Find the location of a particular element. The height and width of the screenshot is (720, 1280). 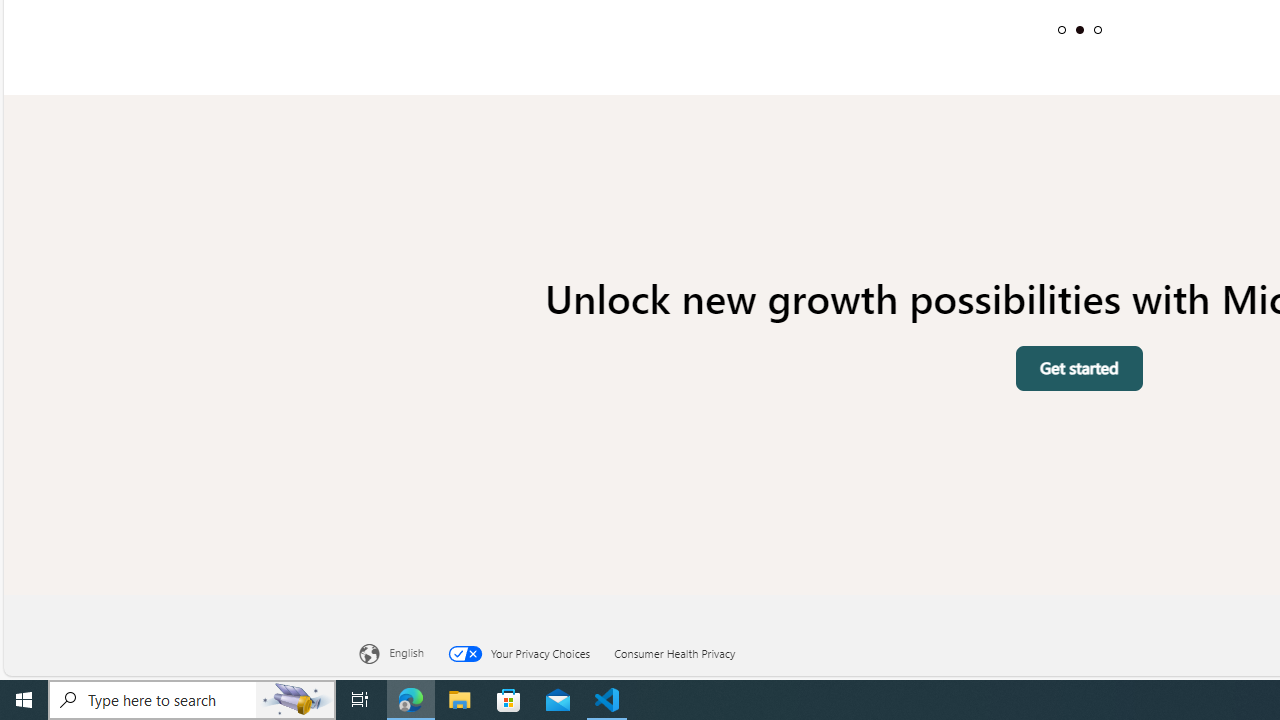

'Consumer Health Privacy' is located at coordinates (687, 651).